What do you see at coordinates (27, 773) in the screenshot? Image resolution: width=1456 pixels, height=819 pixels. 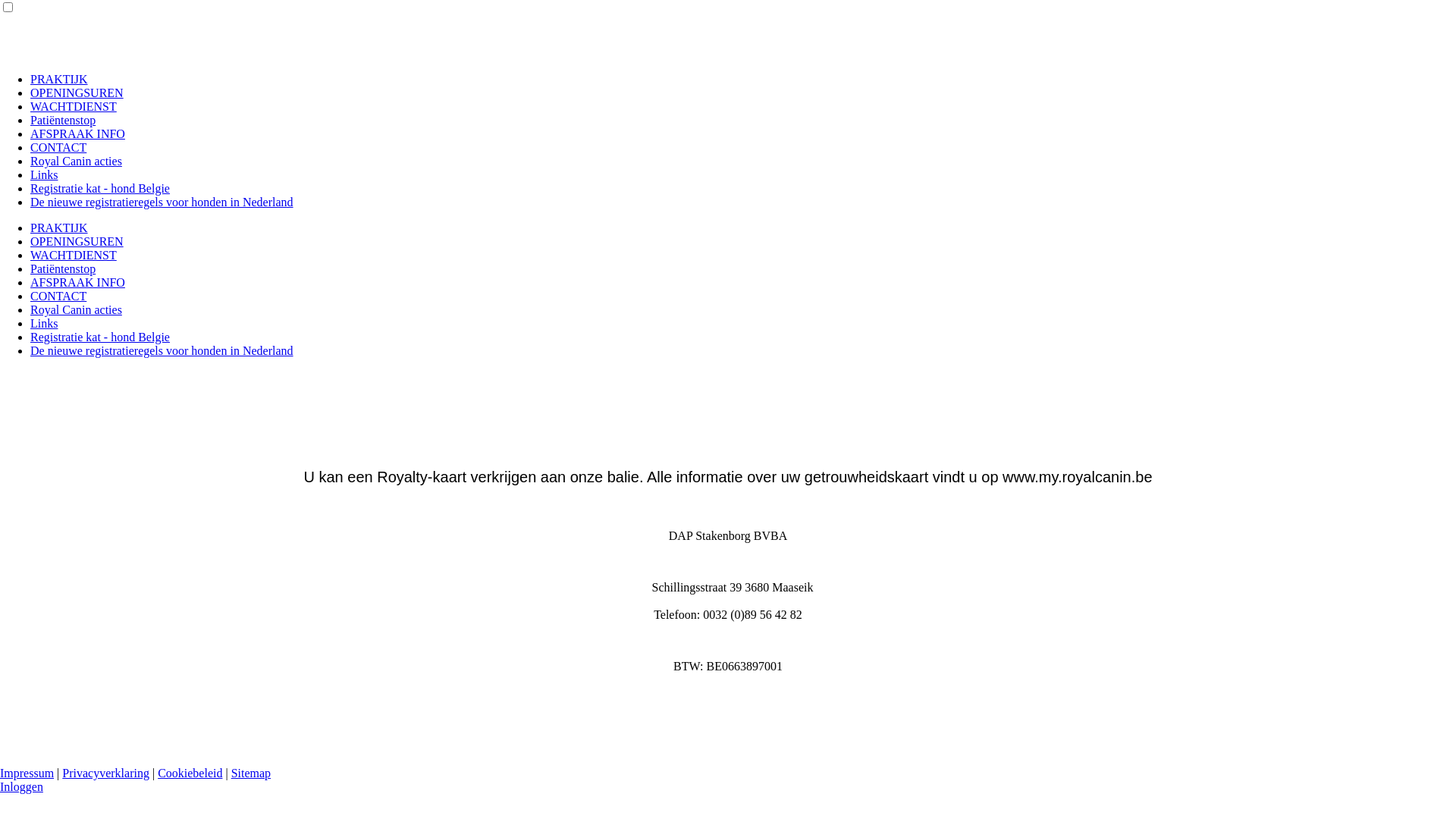 I see `'Impressum'` at bounding box center [27, 773].